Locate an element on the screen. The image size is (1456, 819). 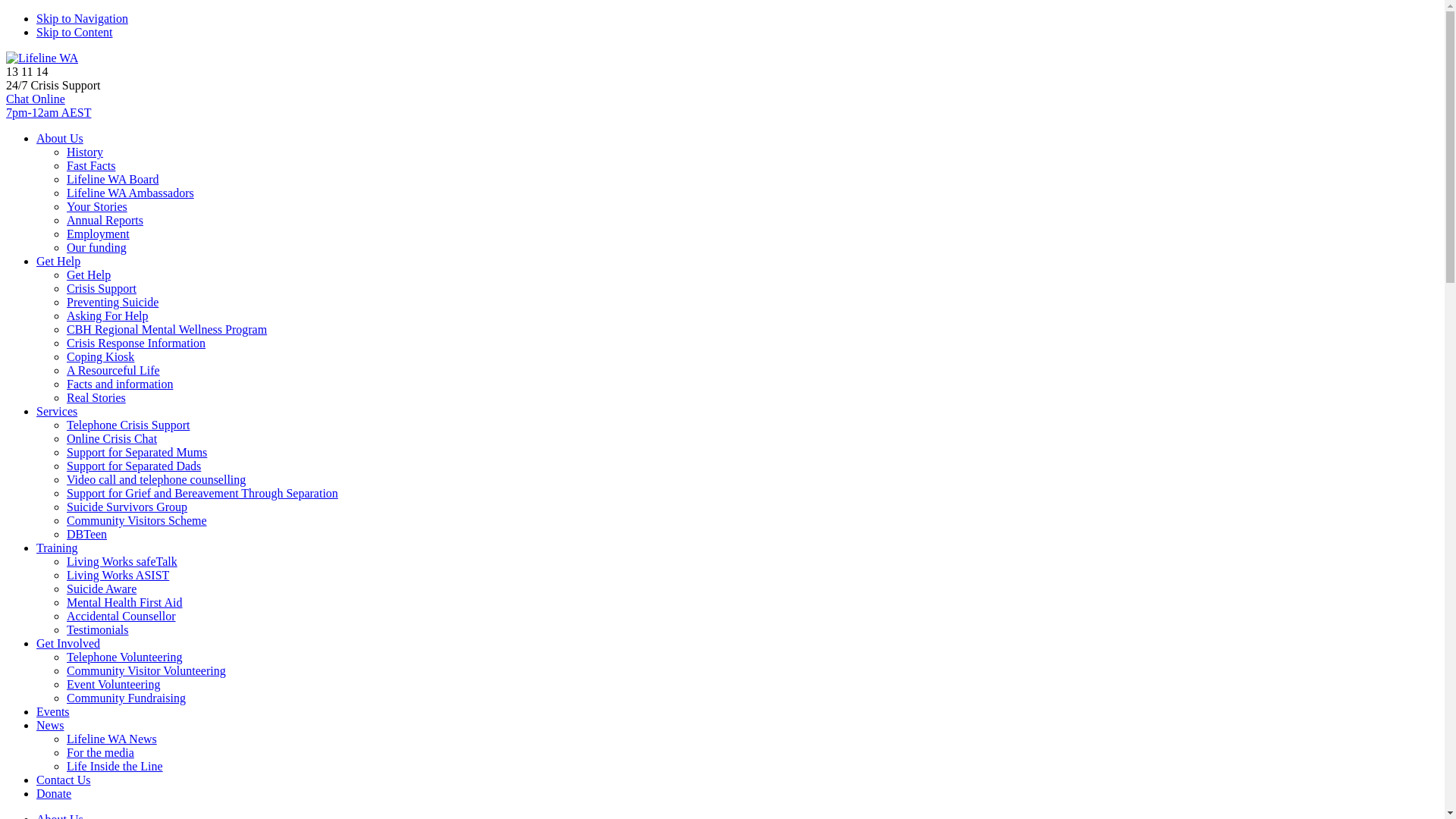
'A Resourceful Life' is located at coordinates (112, 370).